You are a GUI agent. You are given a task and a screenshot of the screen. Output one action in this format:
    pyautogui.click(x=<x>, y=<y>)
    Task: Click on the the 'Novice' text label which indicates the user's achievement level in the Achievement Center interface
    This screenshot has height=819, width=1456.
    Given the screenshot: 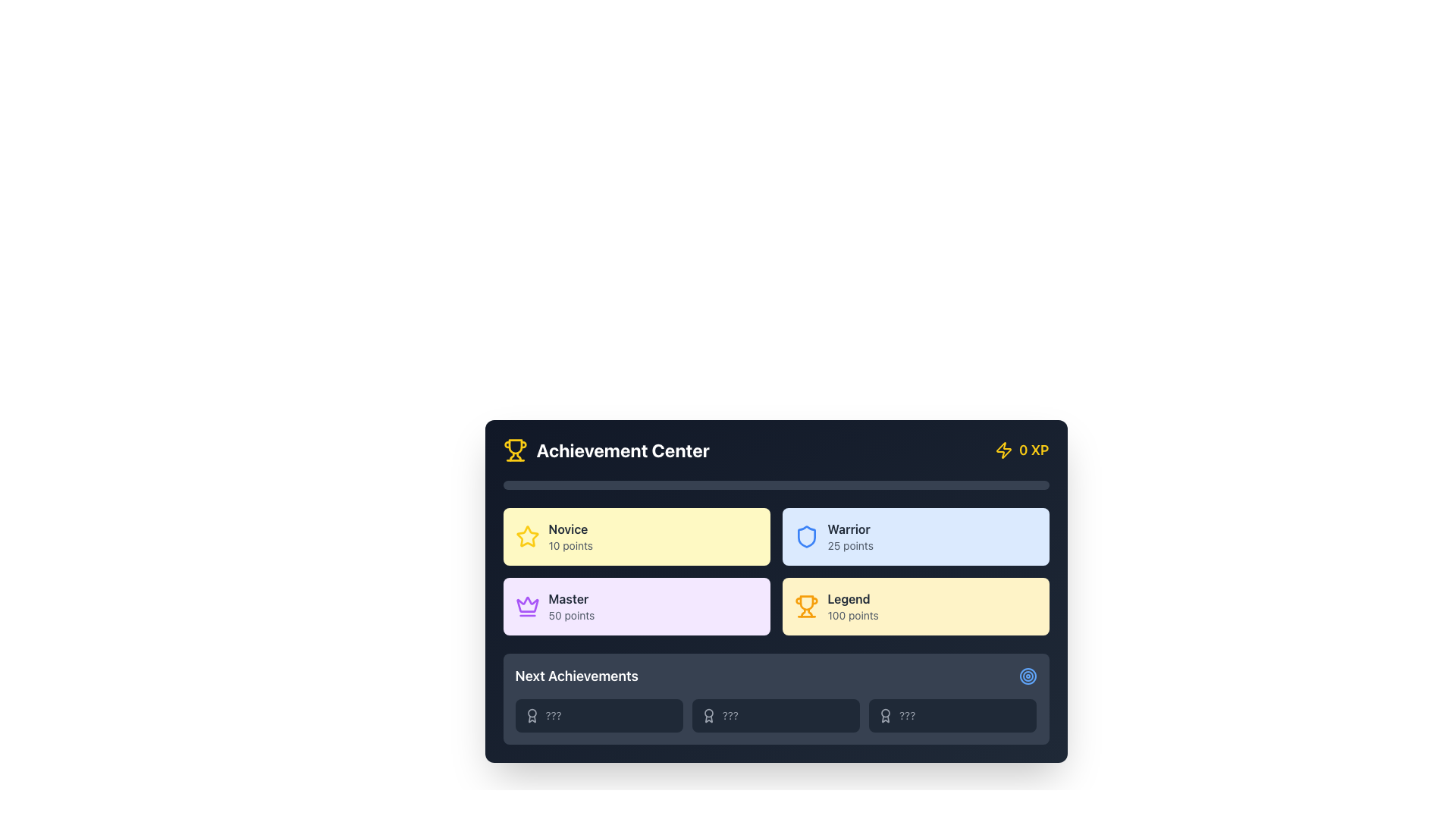 What is the action you would take?
    pyautogui.click(x=570, y=529)
    